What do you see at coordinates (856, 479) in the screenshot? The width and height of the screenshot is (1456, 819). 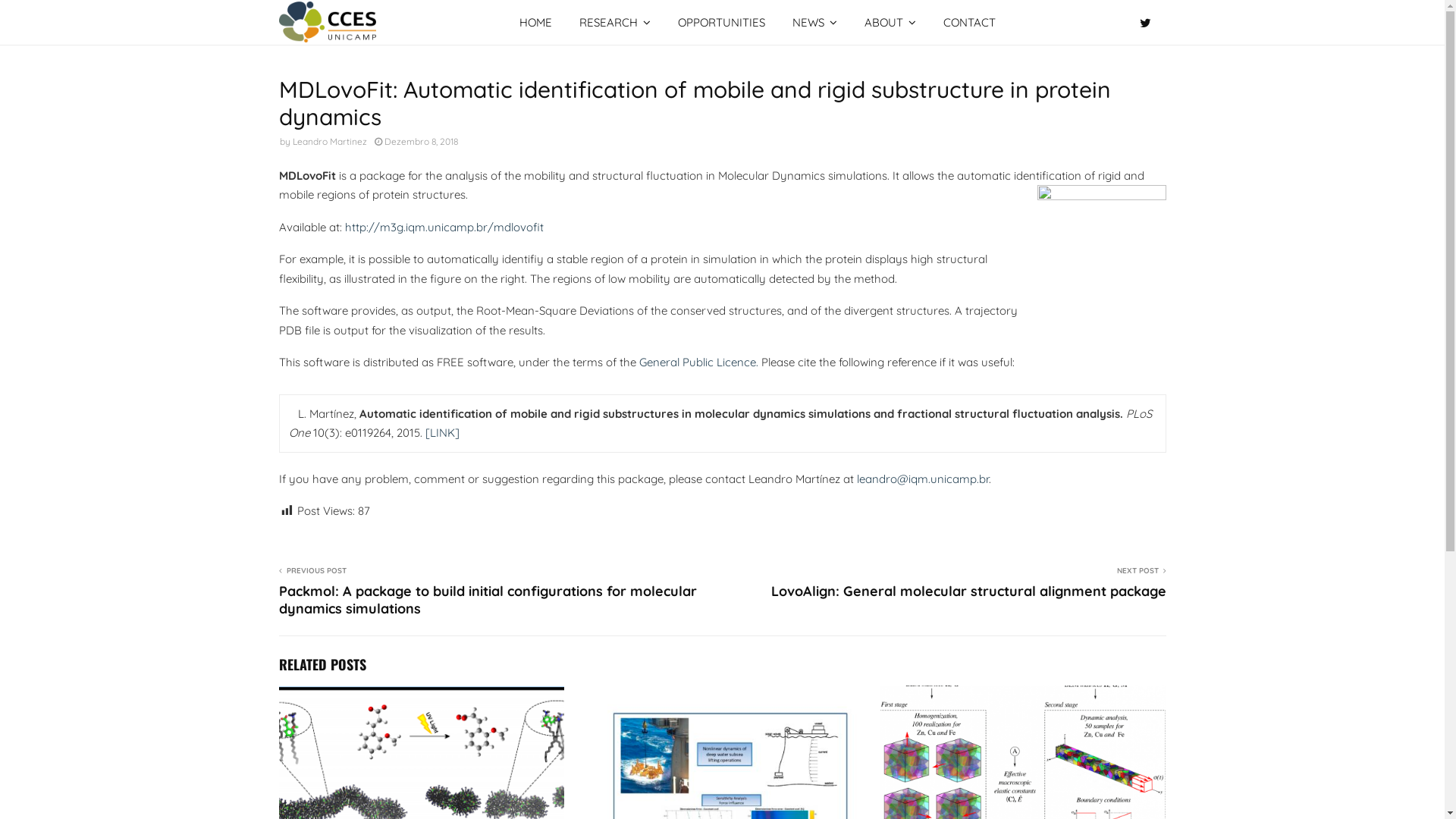 I see `'leandro@iqm.unicamp.br'` at bounding box center [856, 479].